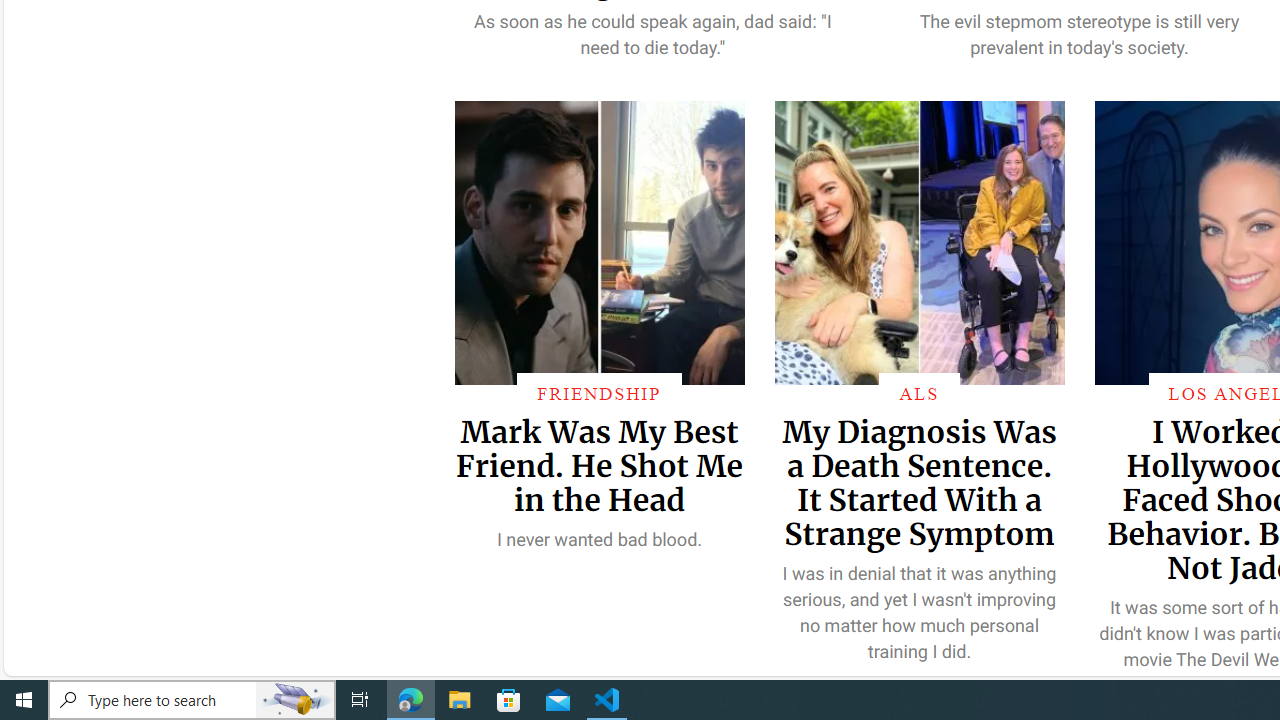 This screenshot has height=720, width=1280. Describe the element at coordinates (606, 698) in the screenshot. I see `'Visual Studio Code - 1 running window'` at that location.